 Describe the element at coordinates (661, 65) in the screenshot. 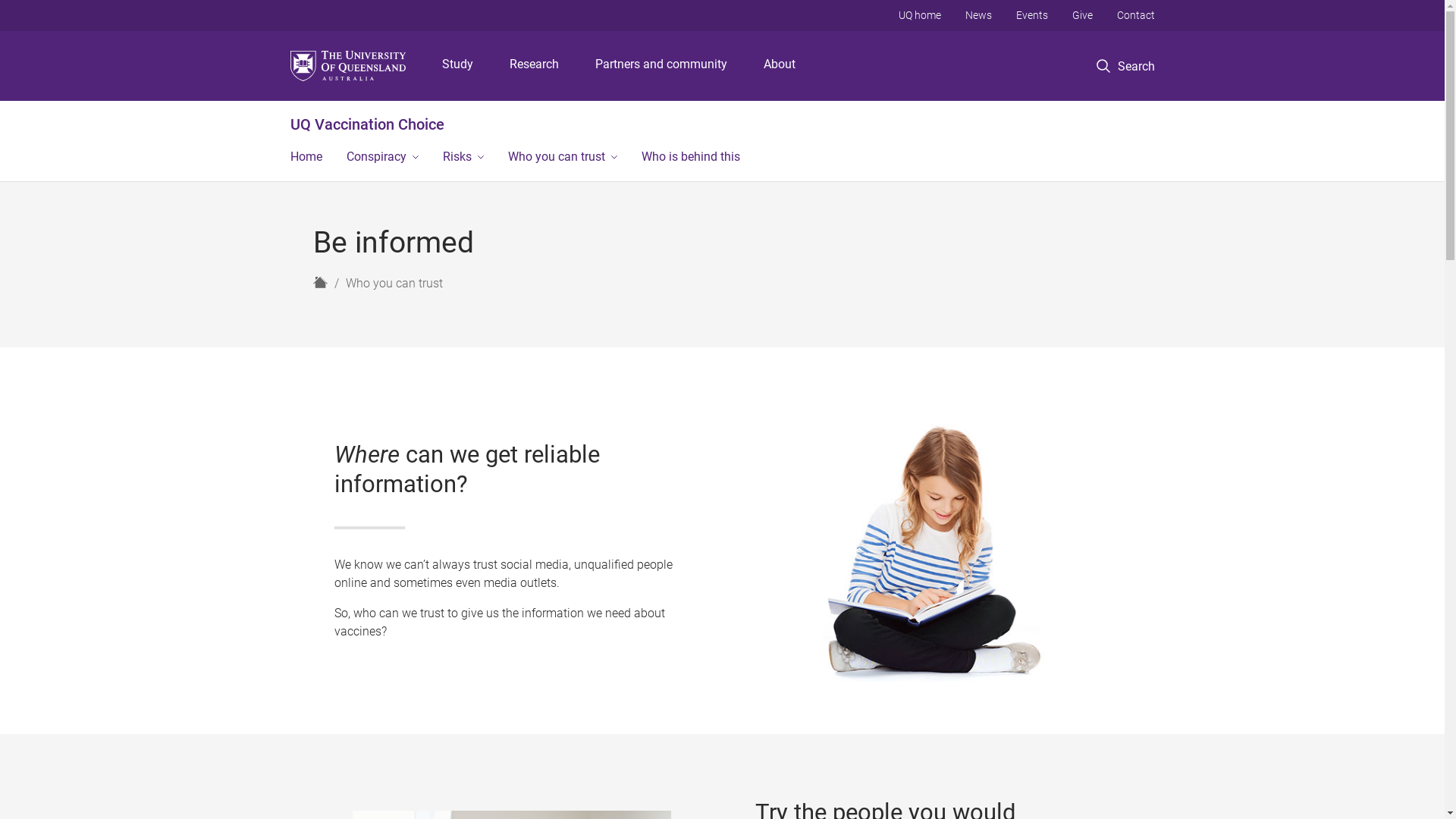

I see `'Partners and community'` at that location.